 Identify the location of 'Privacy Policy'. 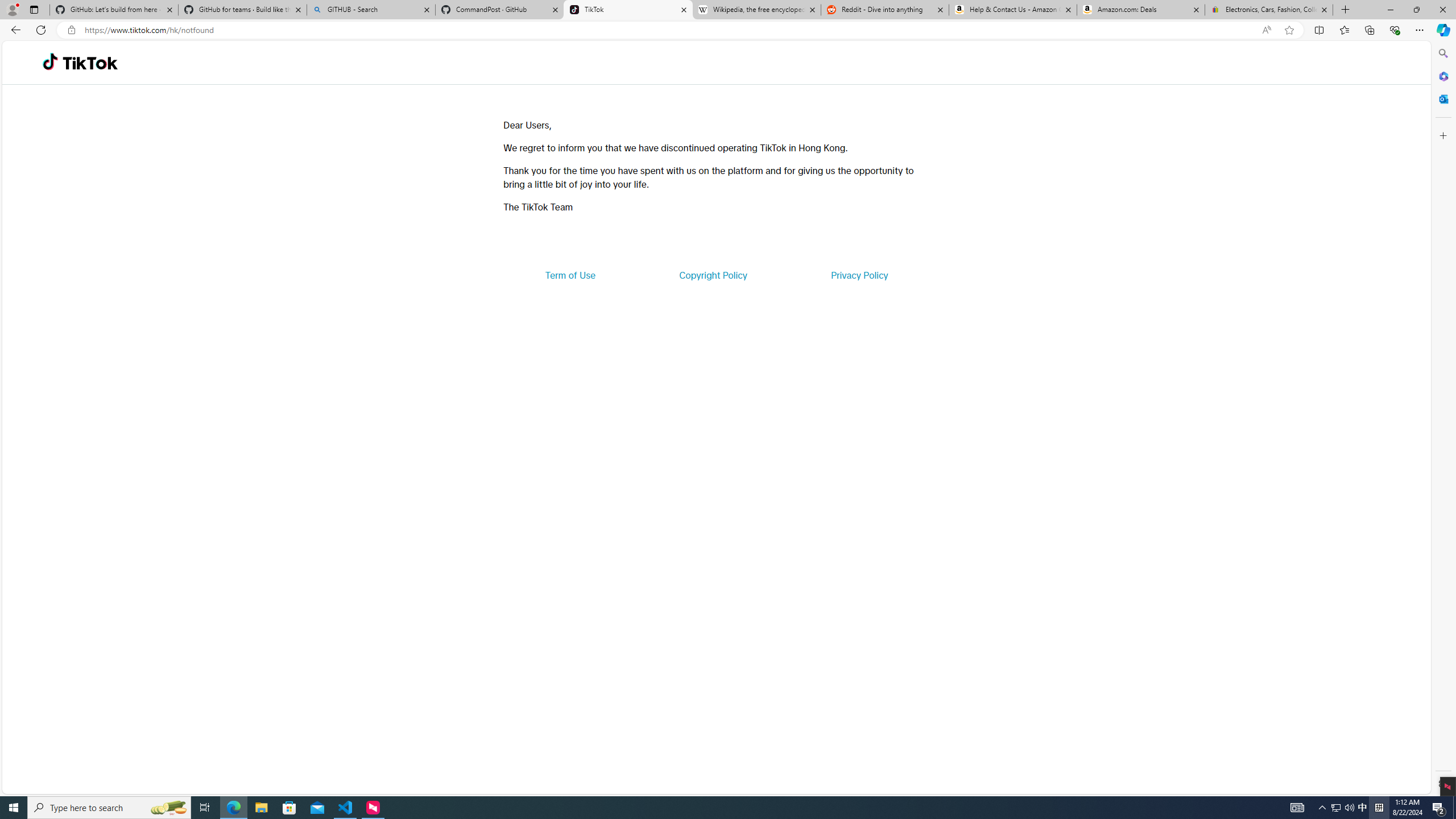
(858, 274).